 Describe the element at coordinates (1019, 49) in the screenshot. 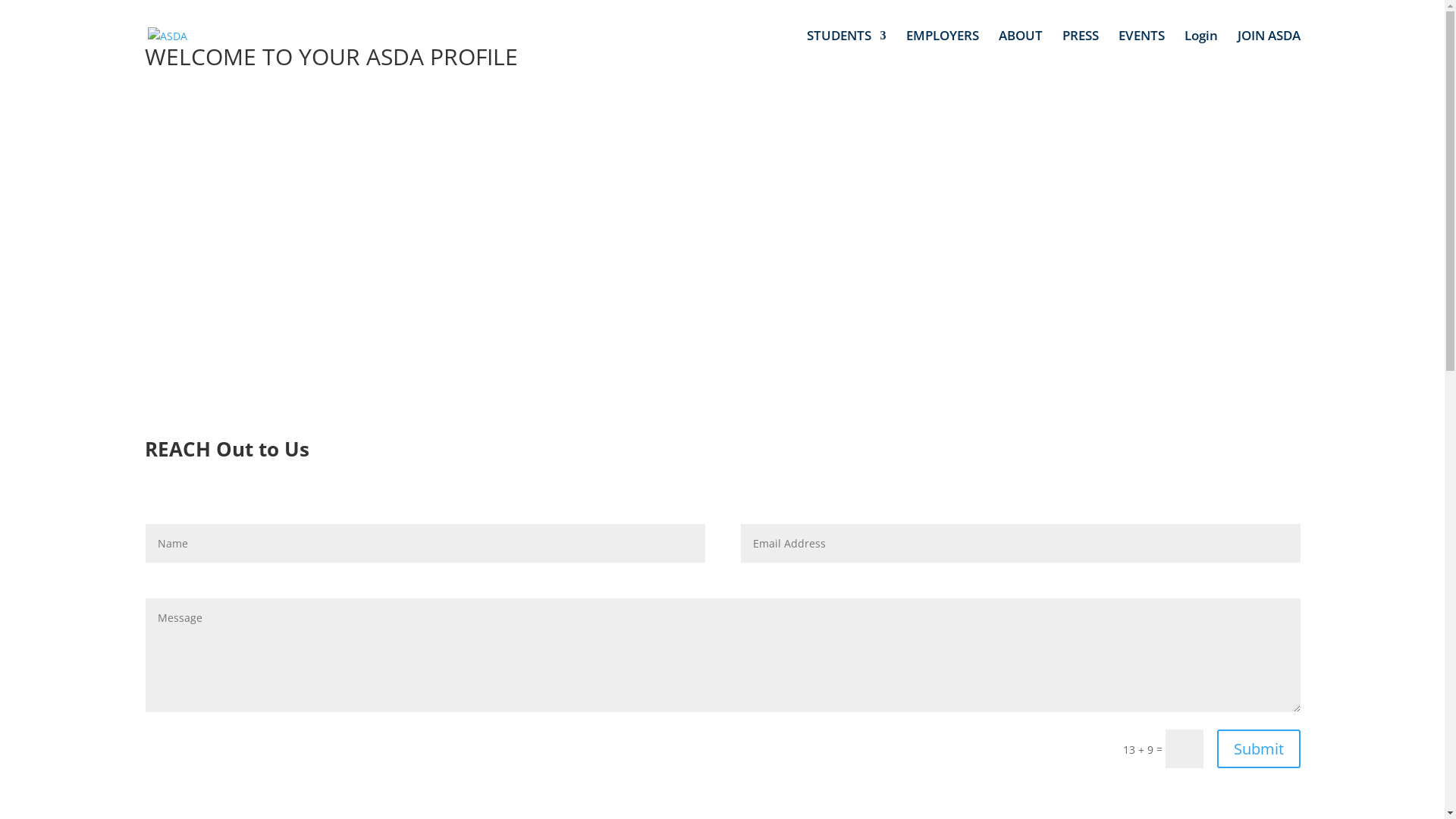

I see `'ABOUT'` at that location.